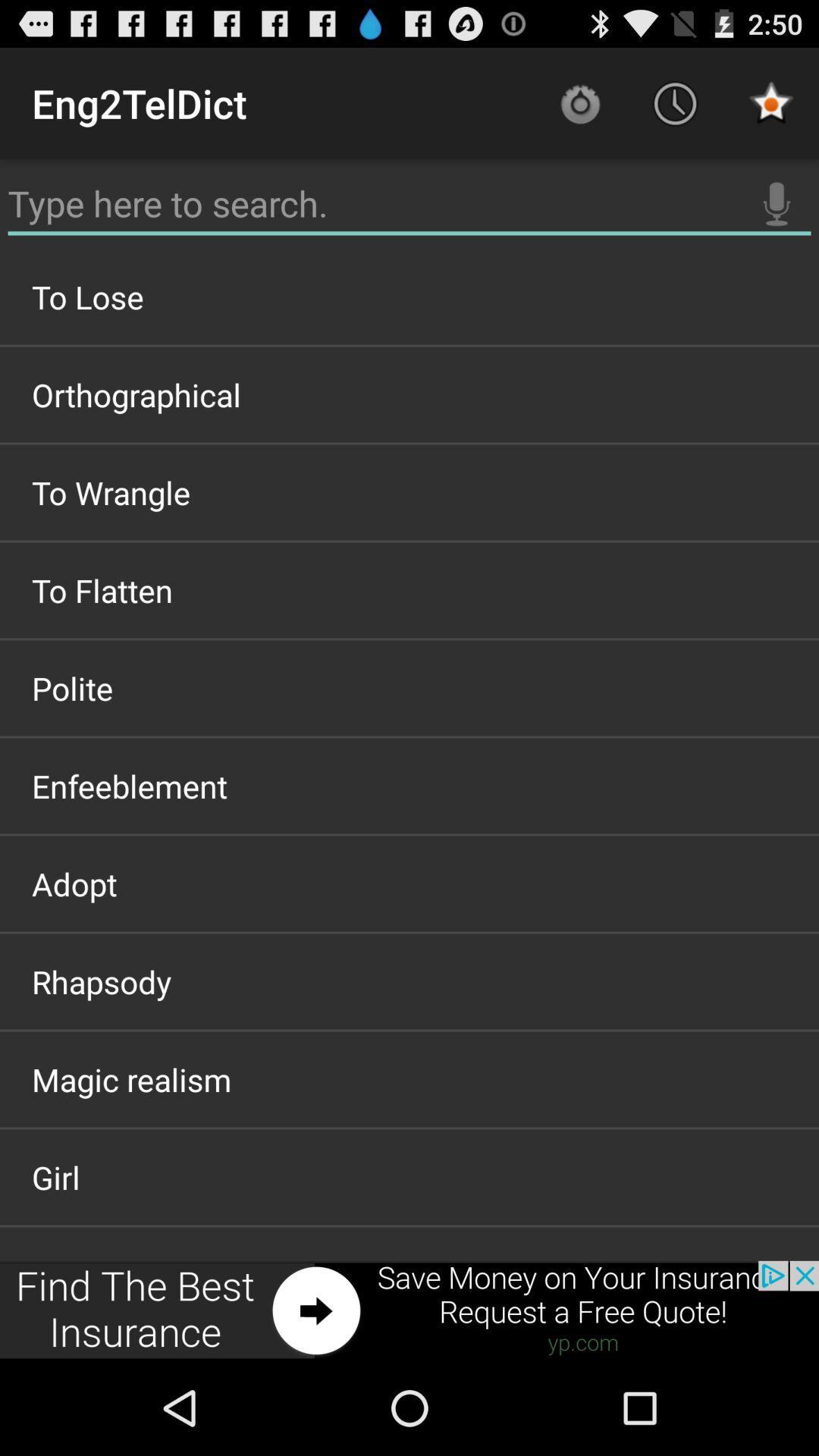 The width and height of the screenshot is (819, 1456). I want to click on item below the to lose, so click(409, 394).